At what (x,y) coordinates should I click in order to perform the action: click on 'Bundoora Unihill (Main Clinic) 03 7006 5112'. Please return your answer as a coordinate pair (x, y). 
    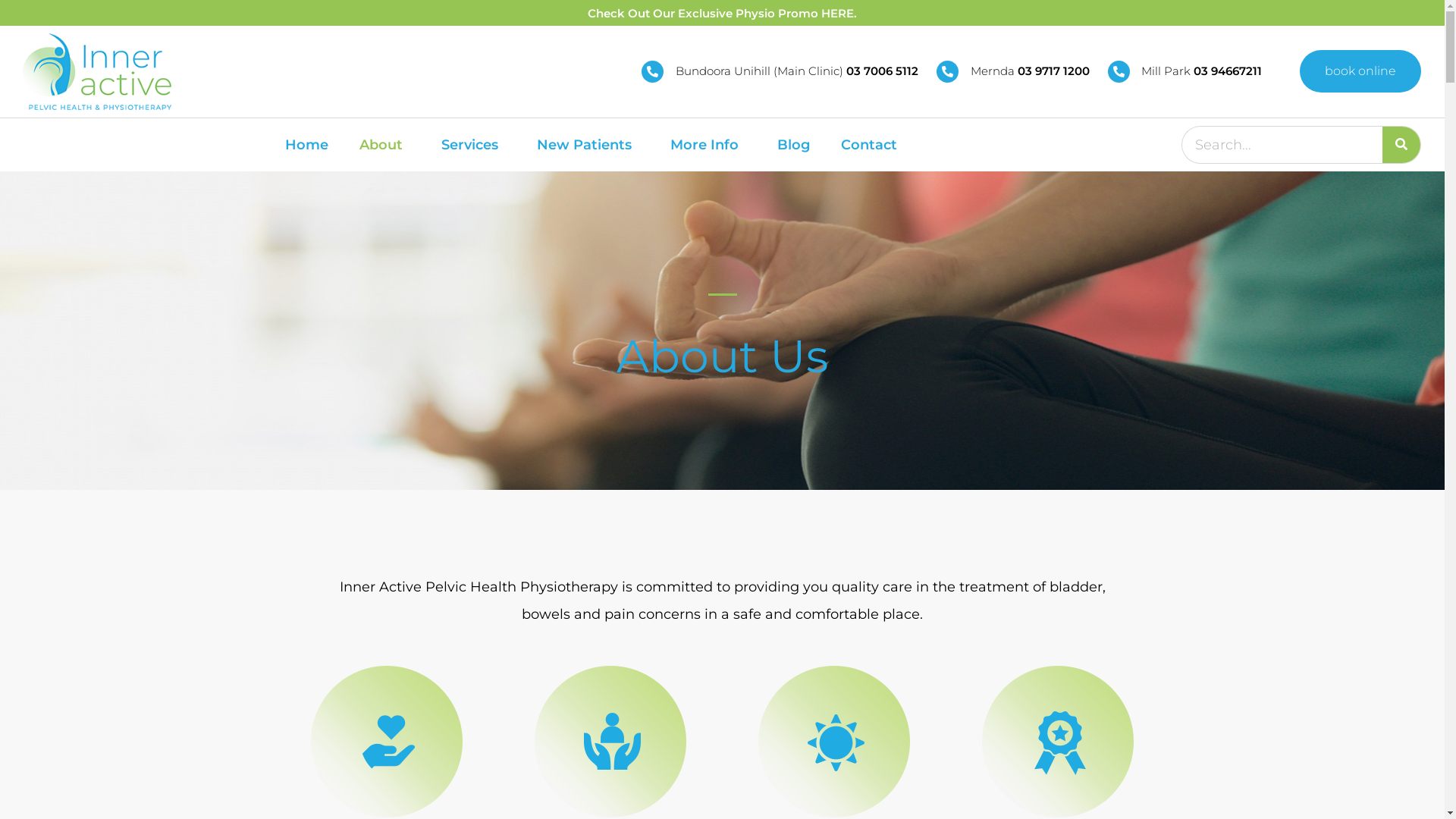
    Looking at the image, I should click on (780, 71).